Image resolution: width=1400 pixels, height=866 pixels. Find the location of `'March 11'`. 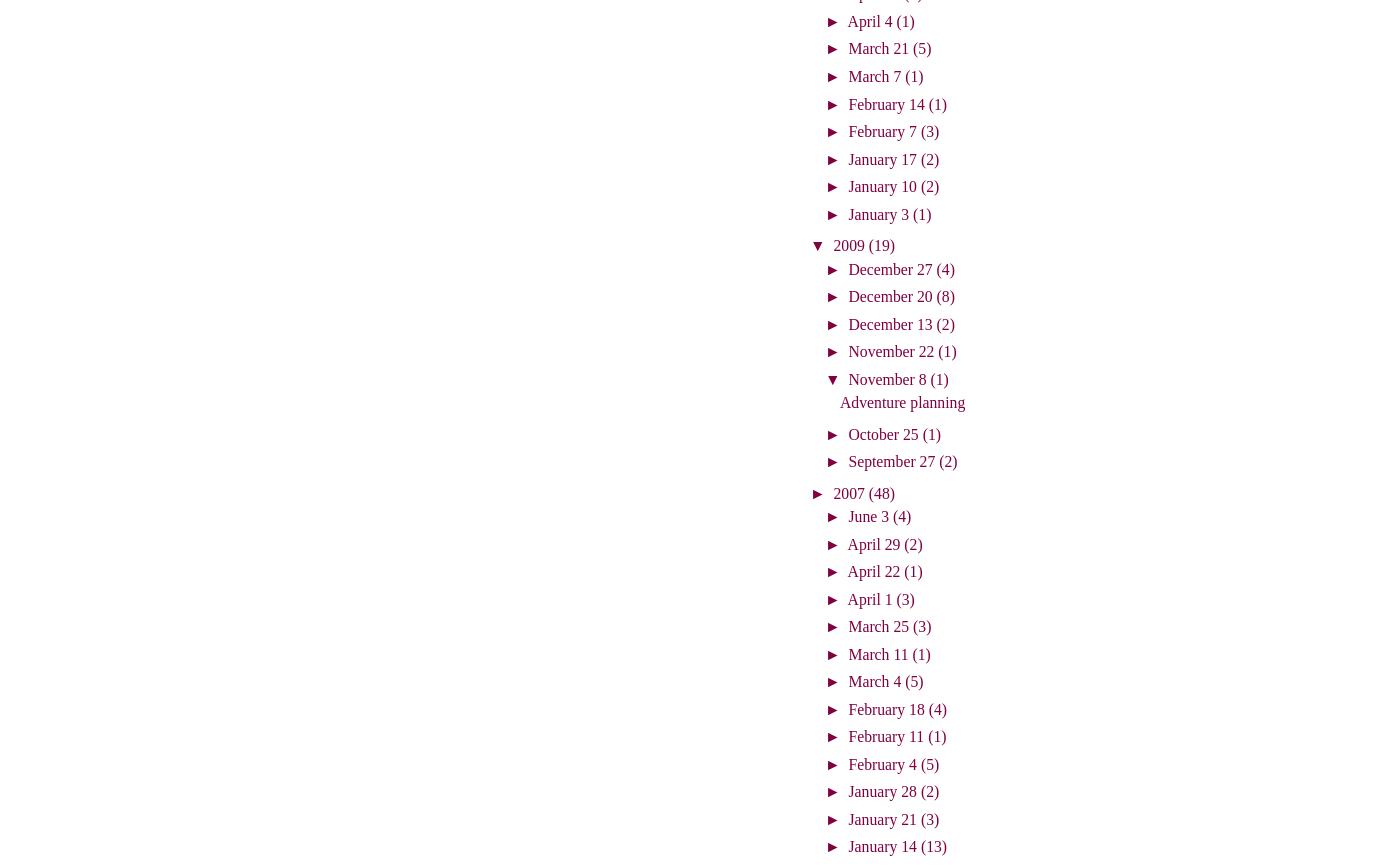

'March 11' is located at coordinates (880, 652).